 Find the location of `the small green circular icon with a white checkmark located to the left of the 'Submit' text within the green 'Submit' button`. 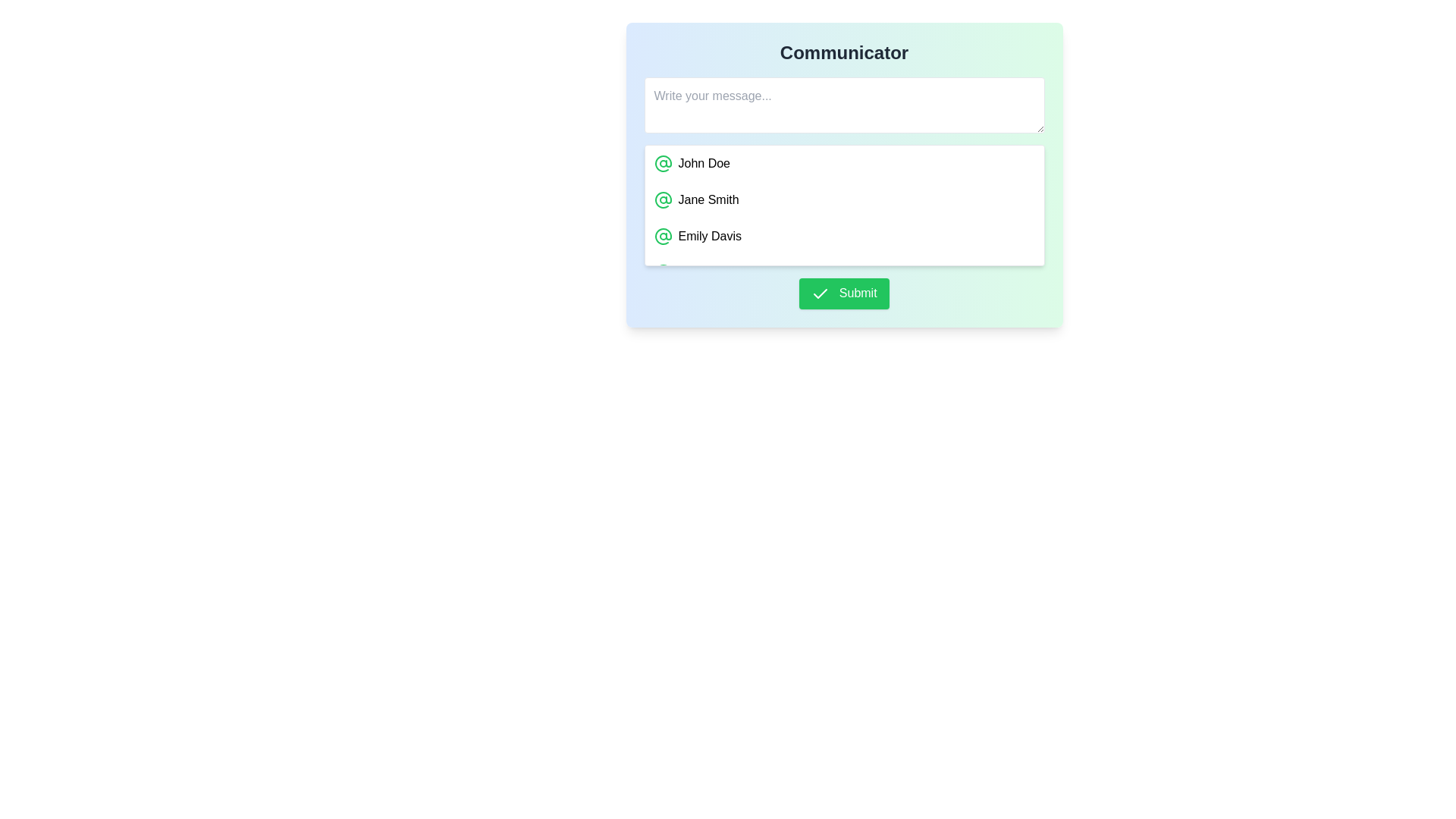

the small green circular icon with a white checkmark located to the left of the 'Submit' text within the green 'Submit' button is located at coordinates (820, 293).